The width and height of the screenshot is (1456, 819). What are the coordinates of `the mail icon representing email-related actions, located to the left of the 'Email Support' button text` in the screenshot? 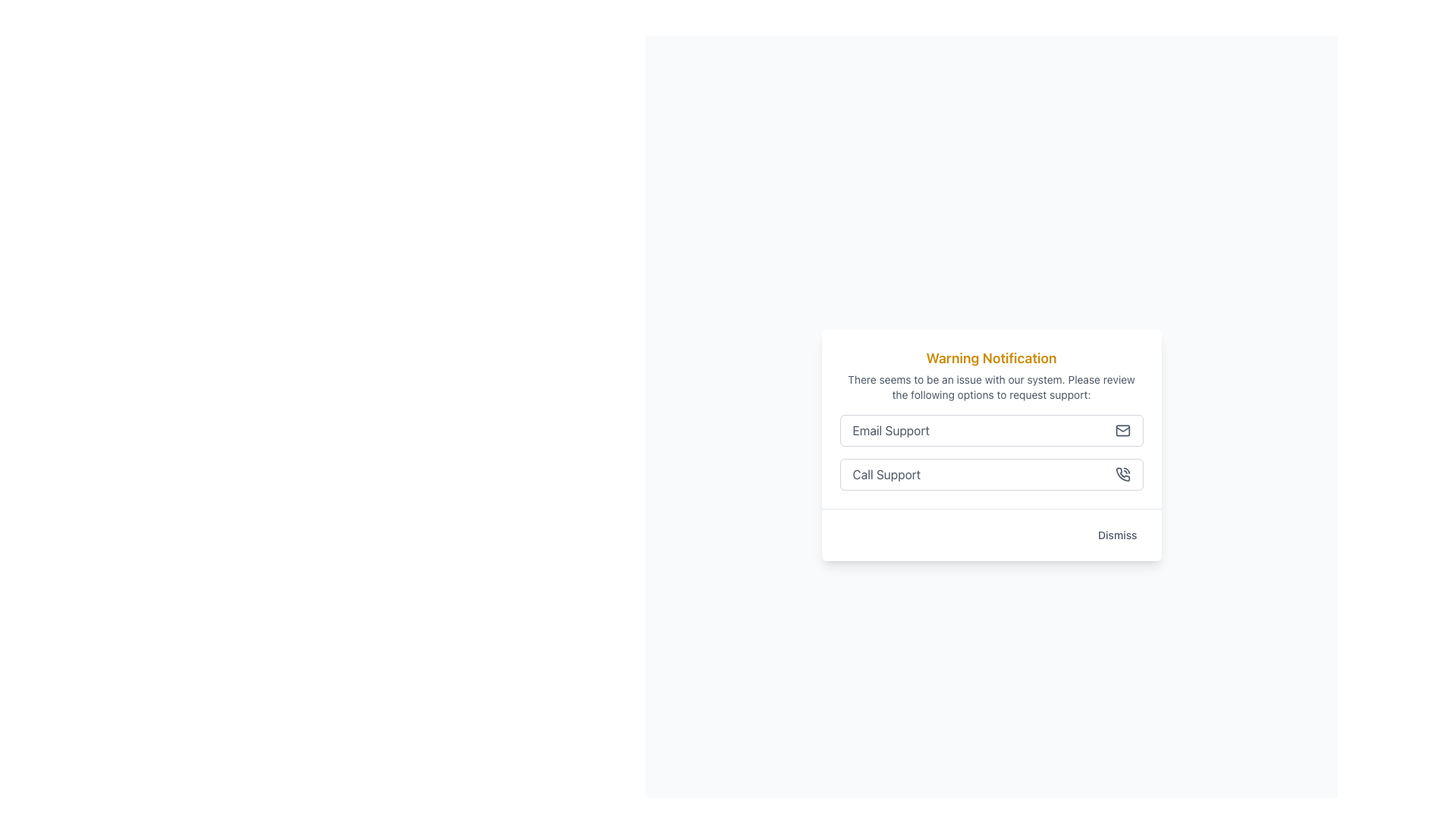 It's located at (1122, 428).